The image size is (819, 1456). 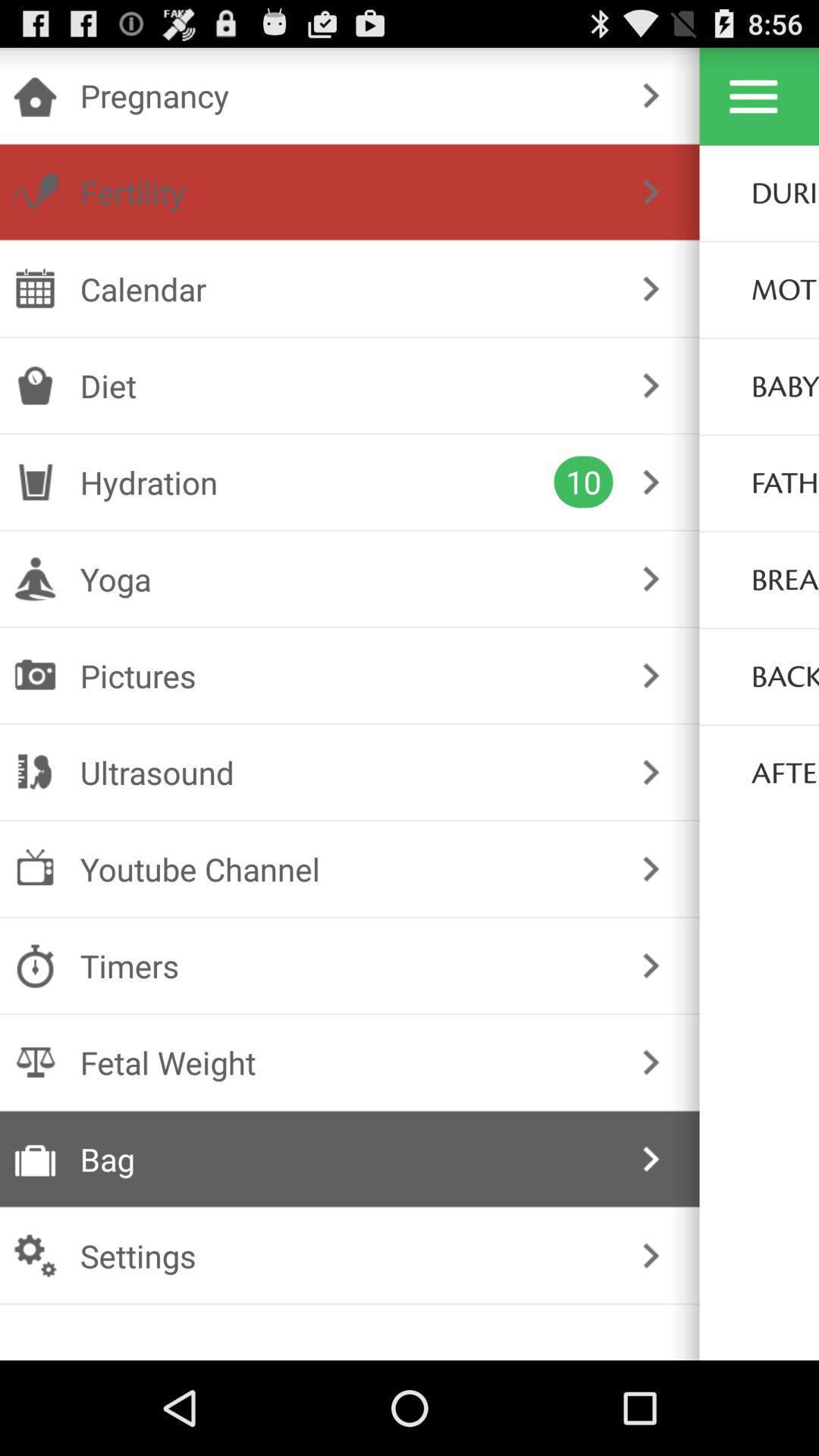 What do you see at coordinates (347, 675) in the screenshot?
I see `the pictures icon` at bounding box center [347, 675].